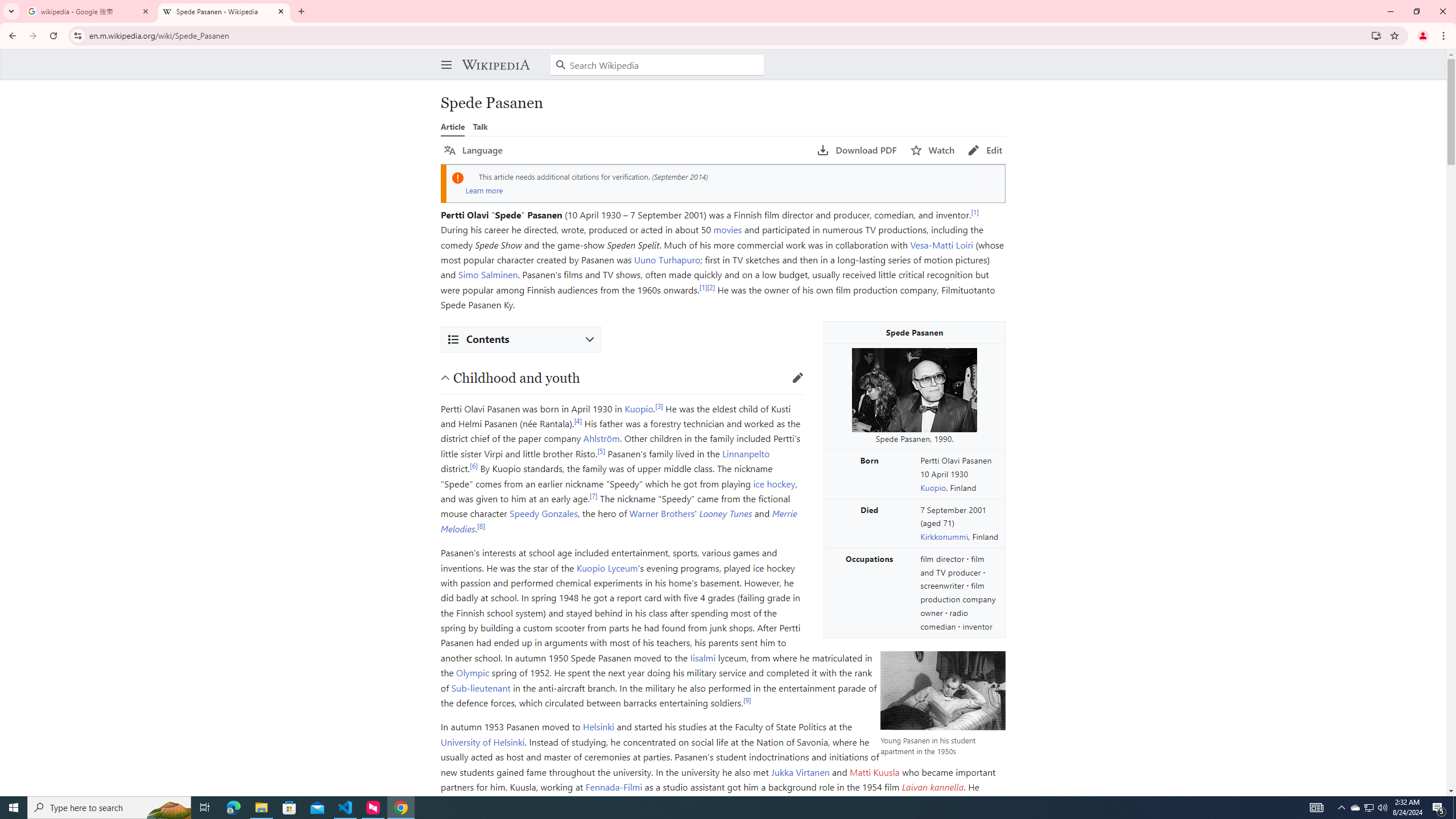 This screenshot has width=1456, height=819. Describe the element at coordinates (857, 150) in the screenshot. I see `'AutomationID: minerva-download'` at that location.